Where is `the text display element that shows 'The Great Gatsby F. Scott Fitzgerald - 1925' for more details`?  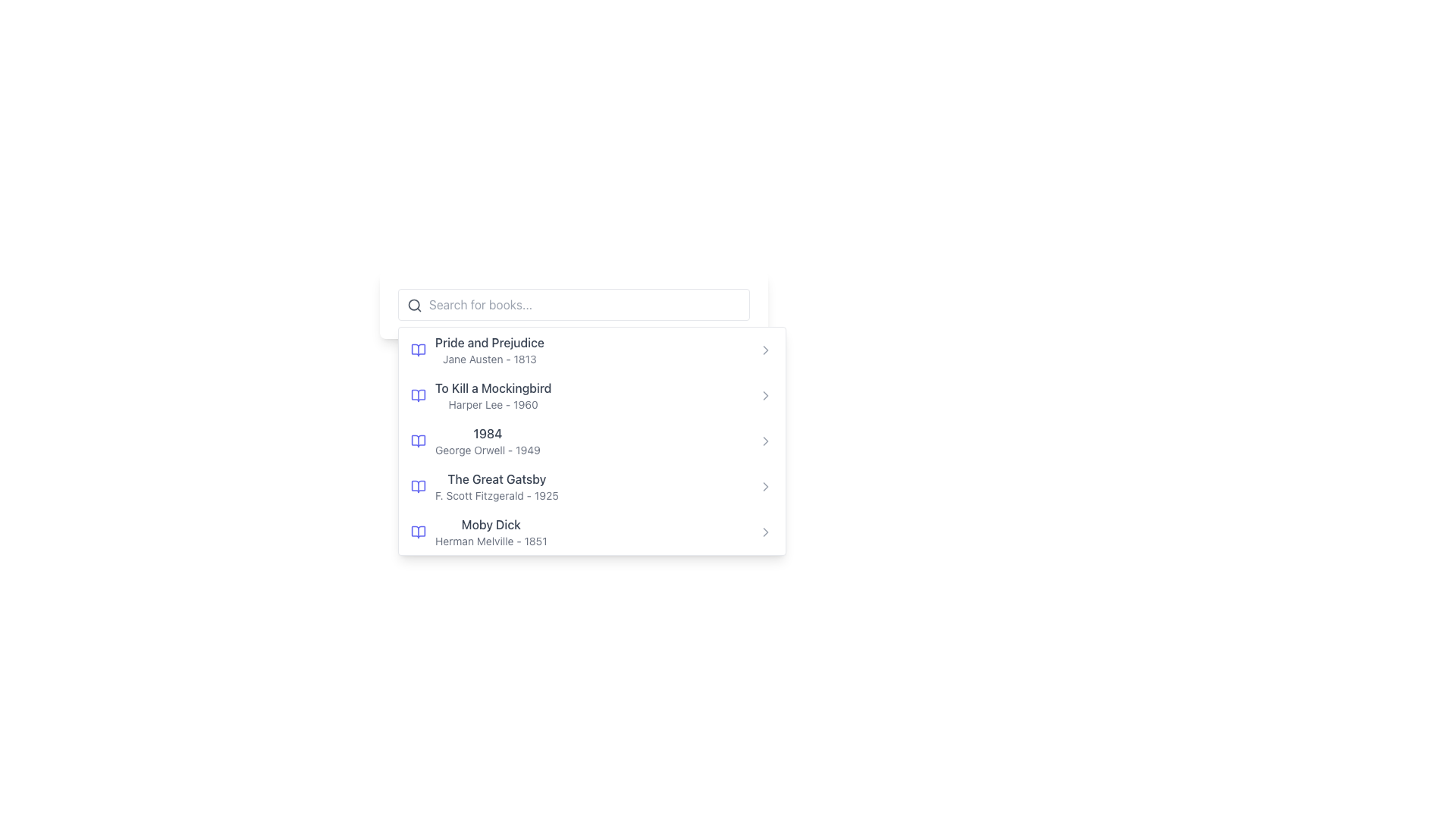 the text display element that shows 'The Great Gatsby F. Scott Fitzgerald - 1925' for more details is located at coordinates (497, 486).